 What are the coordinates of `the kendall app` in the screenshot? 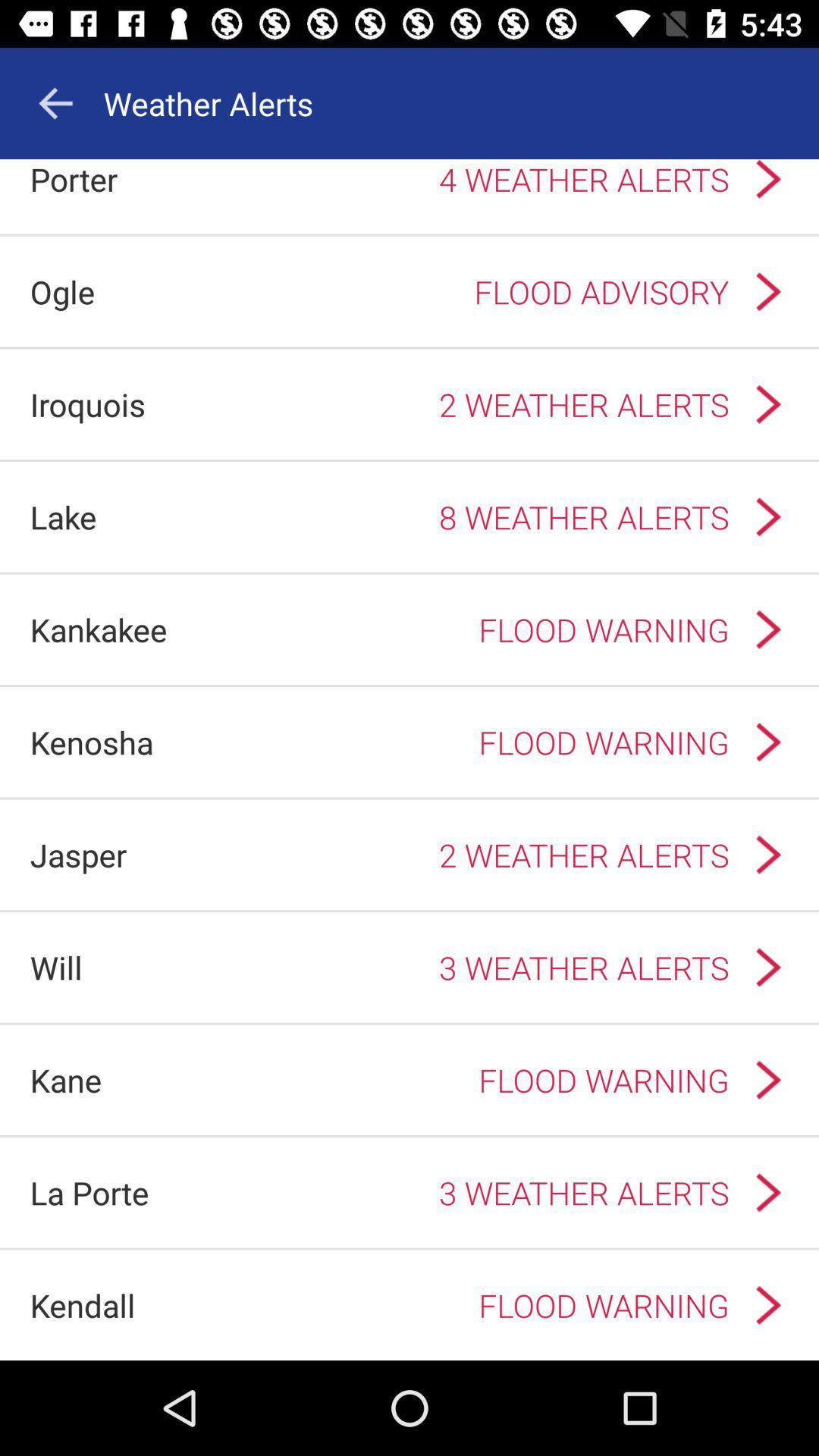 It's located at (83, 1304).